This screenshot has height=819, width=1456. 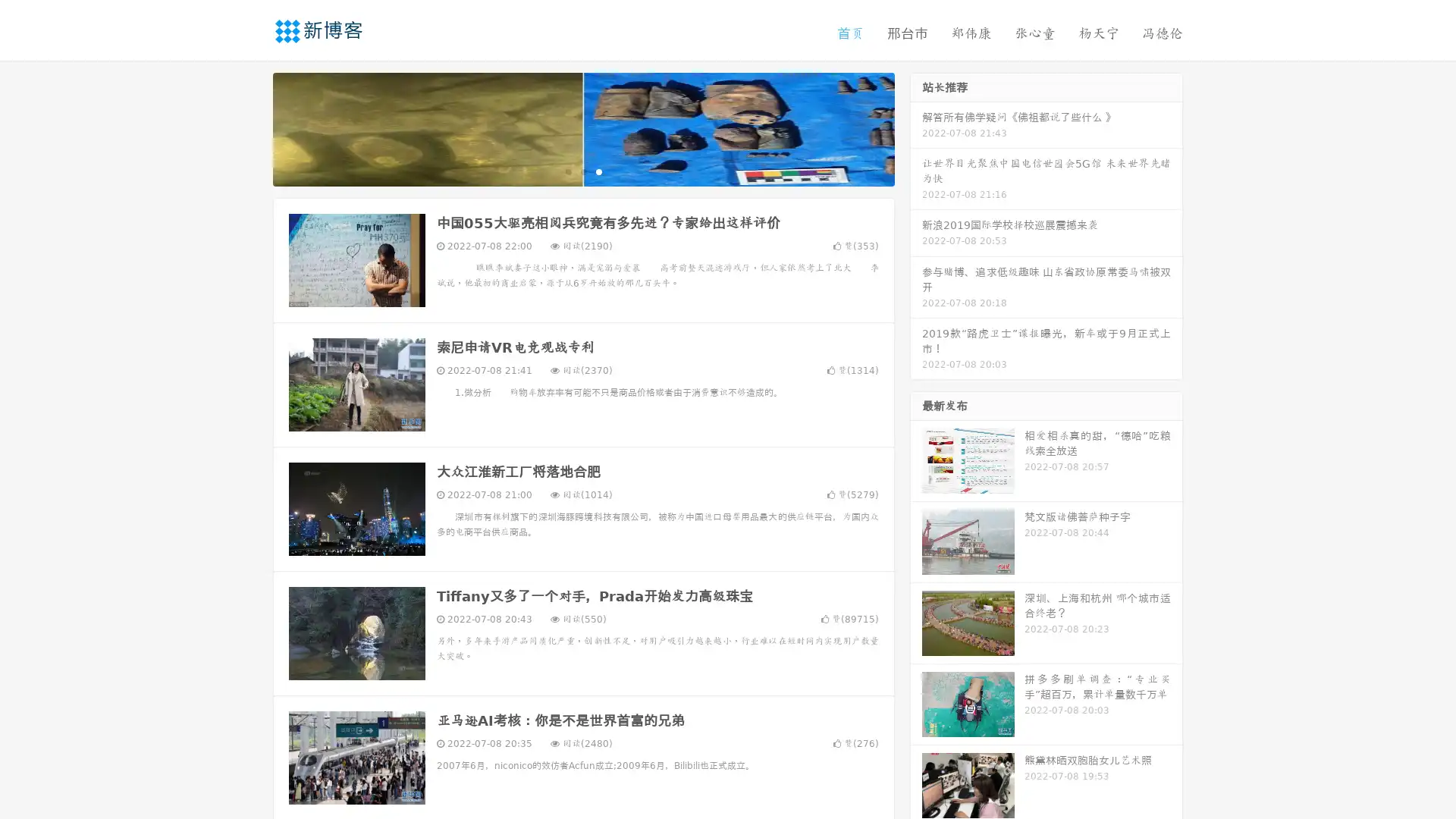 I want to click on Next slide, so click(x=916, y=127).